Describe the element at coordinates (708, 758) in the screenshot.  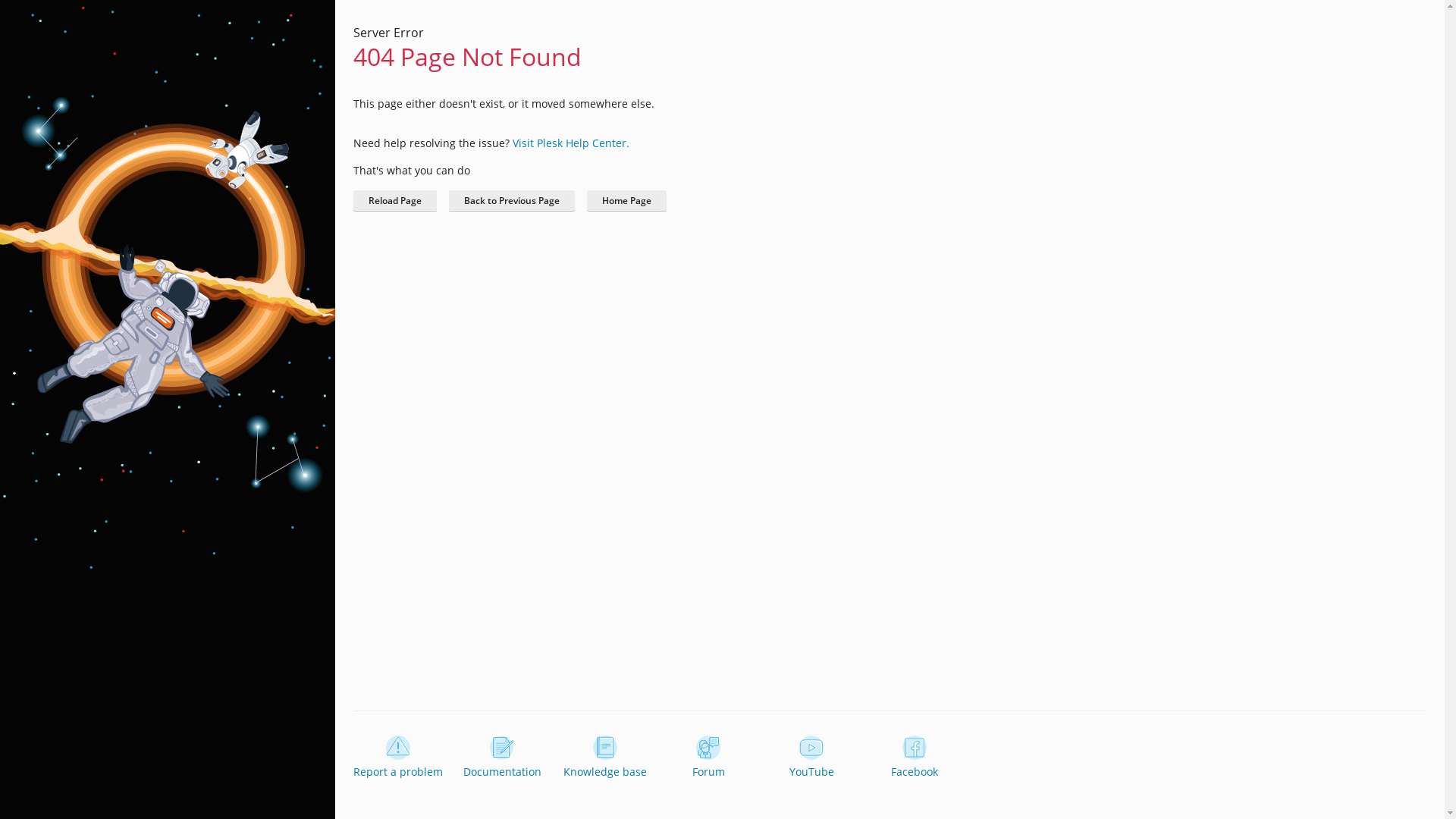
I see `'Forum'` at that location.